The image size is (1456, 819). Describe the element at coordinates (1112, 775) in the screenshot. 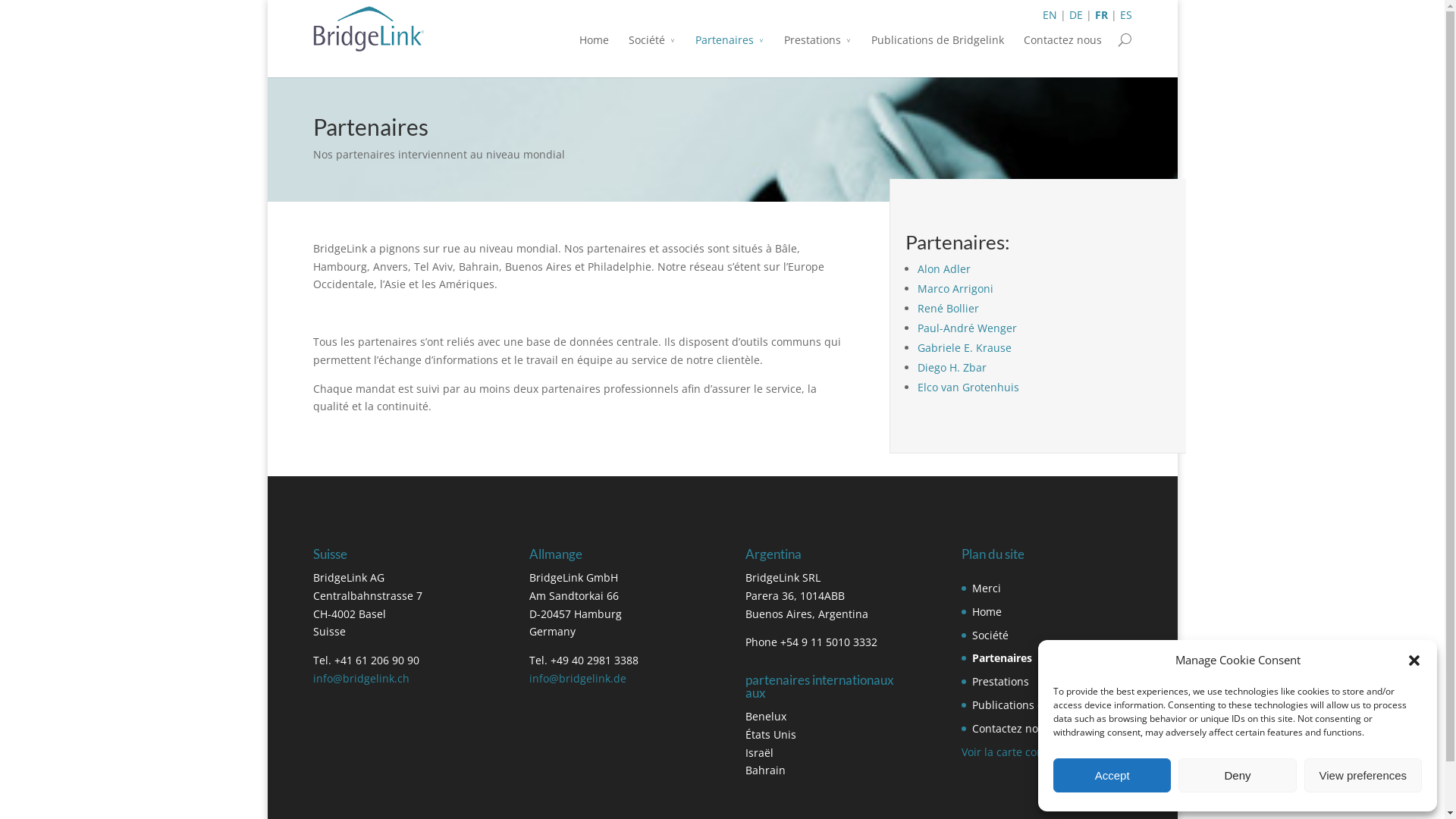

I see `'Accept'` at that location.